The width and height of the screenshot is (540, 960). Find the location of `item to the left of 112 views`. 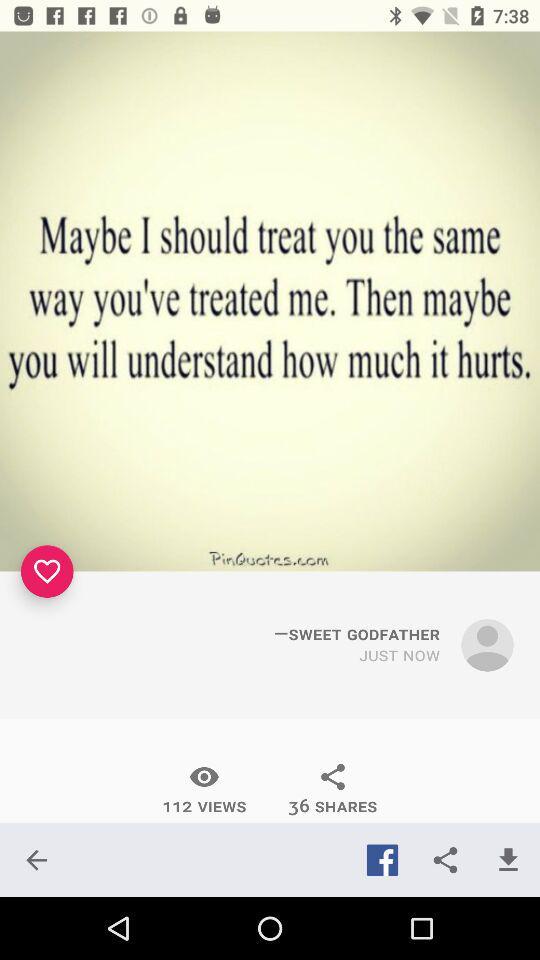

item to the left of 112 views is located at coordinates (36, 859).